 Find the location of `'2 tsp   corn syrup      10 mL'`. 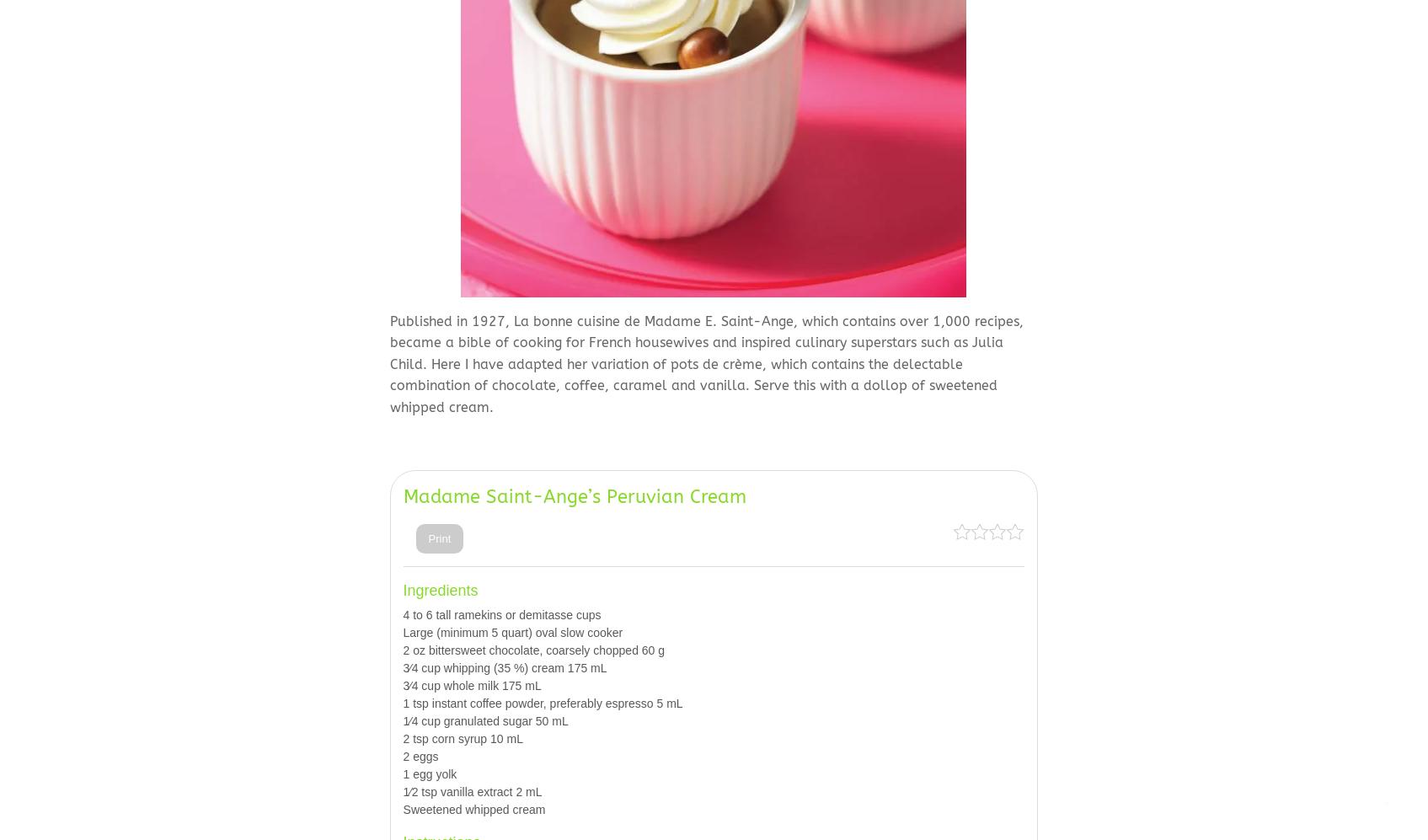

'2 tsp   corn syrup      10 mL' is located at coordinates (463, 737).